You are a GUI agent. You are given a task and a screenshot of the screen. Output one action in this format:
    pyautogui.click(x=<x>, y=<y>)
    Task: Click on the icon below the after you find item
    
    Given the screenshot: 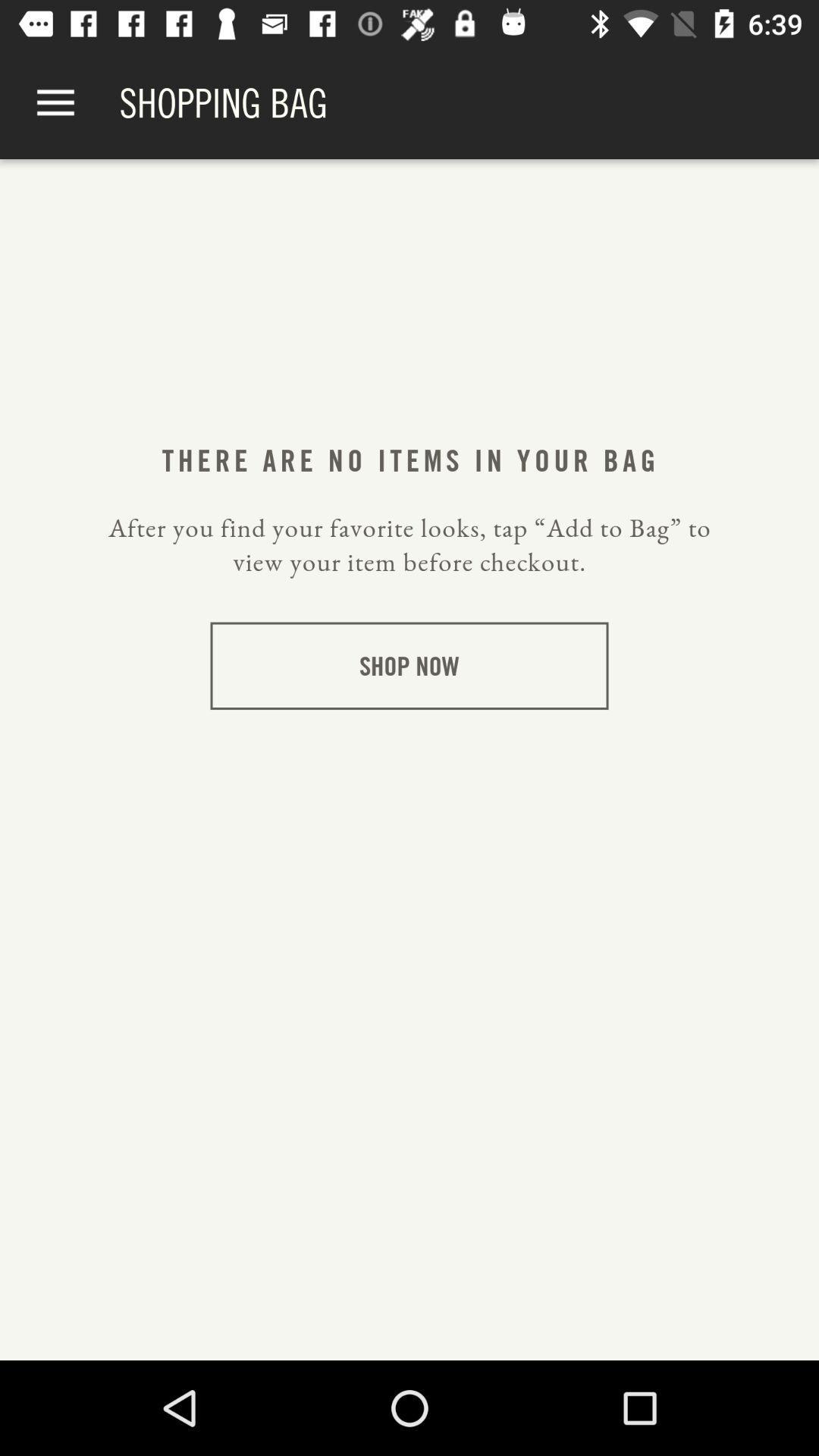 What is the action you would take?
    pyautogui.click(x=409, y=666)
    